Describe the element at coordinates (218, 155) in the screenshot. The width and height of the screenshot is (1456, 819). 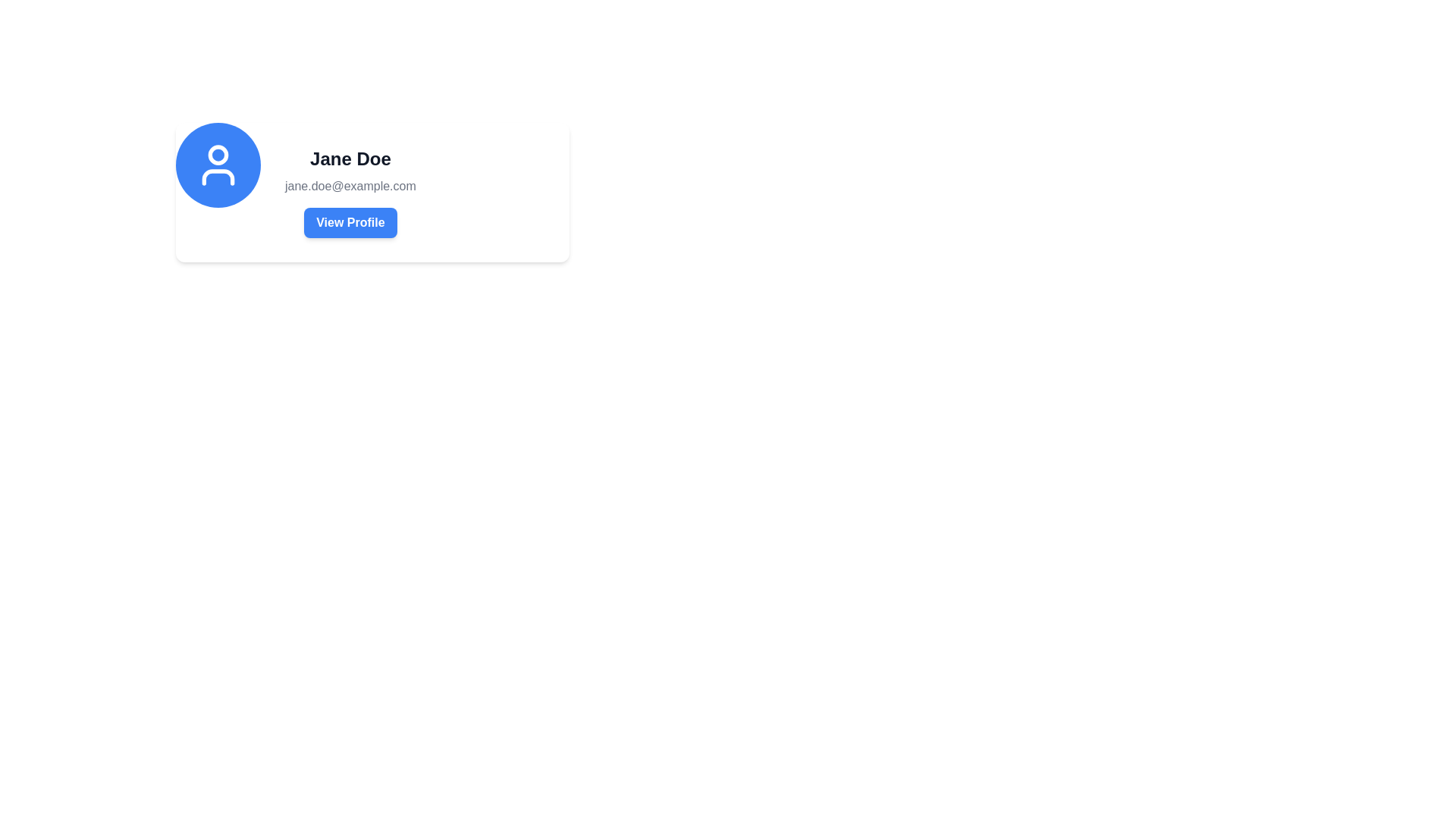
I see `the interactive circular design positioned within the left-side larger blue circle at the center-top of the icon` at that location.